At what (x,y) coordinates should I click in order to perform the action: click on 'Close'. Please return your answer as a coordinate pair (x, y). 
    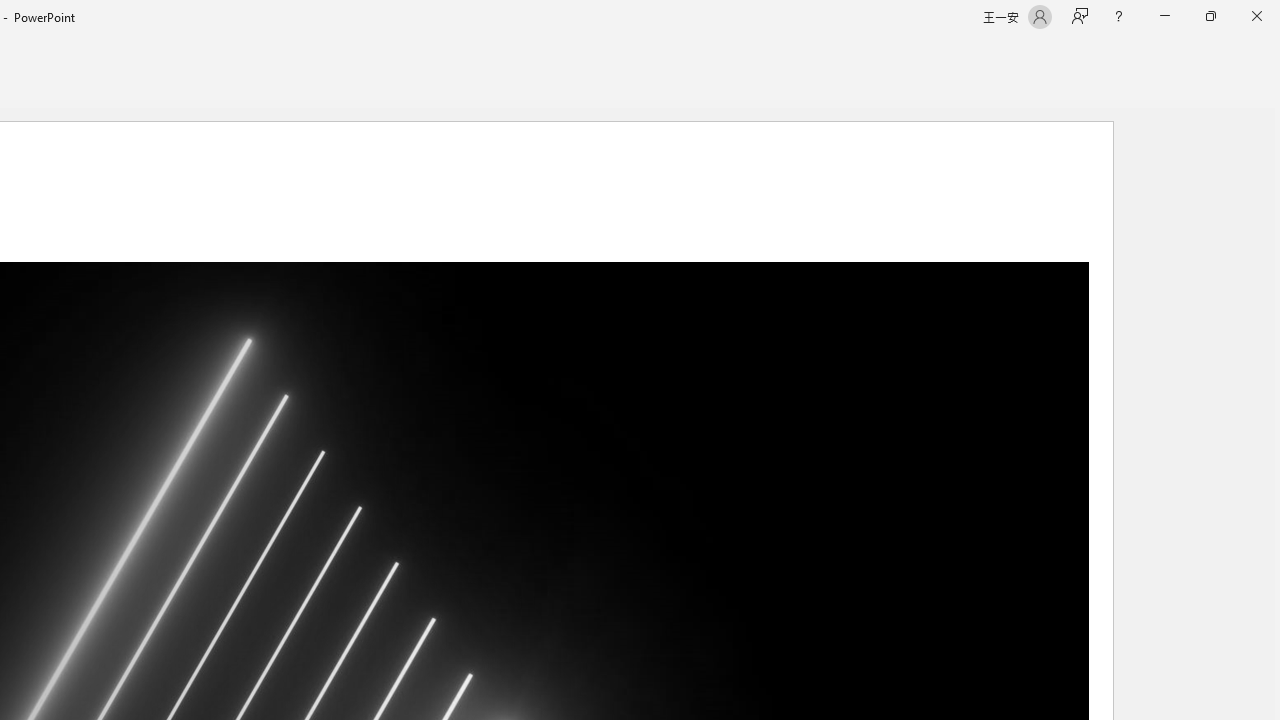
    Looking at the image, I should click on (1255, 16).